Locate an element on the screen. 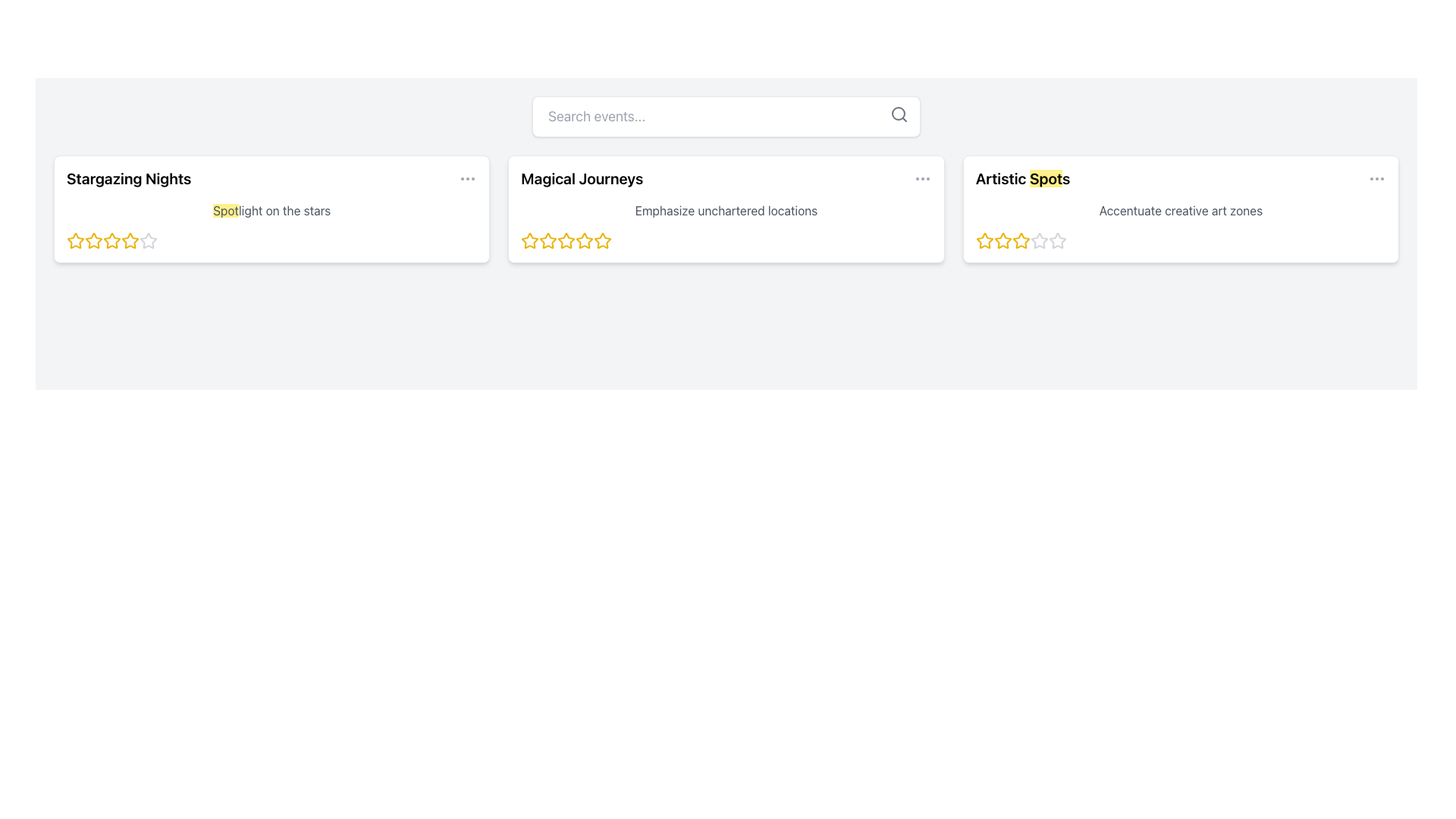 Image resolution: width=1456 pixels, height=819 pixels. text displaying 'Emphasize unchartered locations' located within the card titled 'Magical Journeys', positioned below the heading 'Magical Journeys' and above the star rating icons is located at coordinates (725, 210).